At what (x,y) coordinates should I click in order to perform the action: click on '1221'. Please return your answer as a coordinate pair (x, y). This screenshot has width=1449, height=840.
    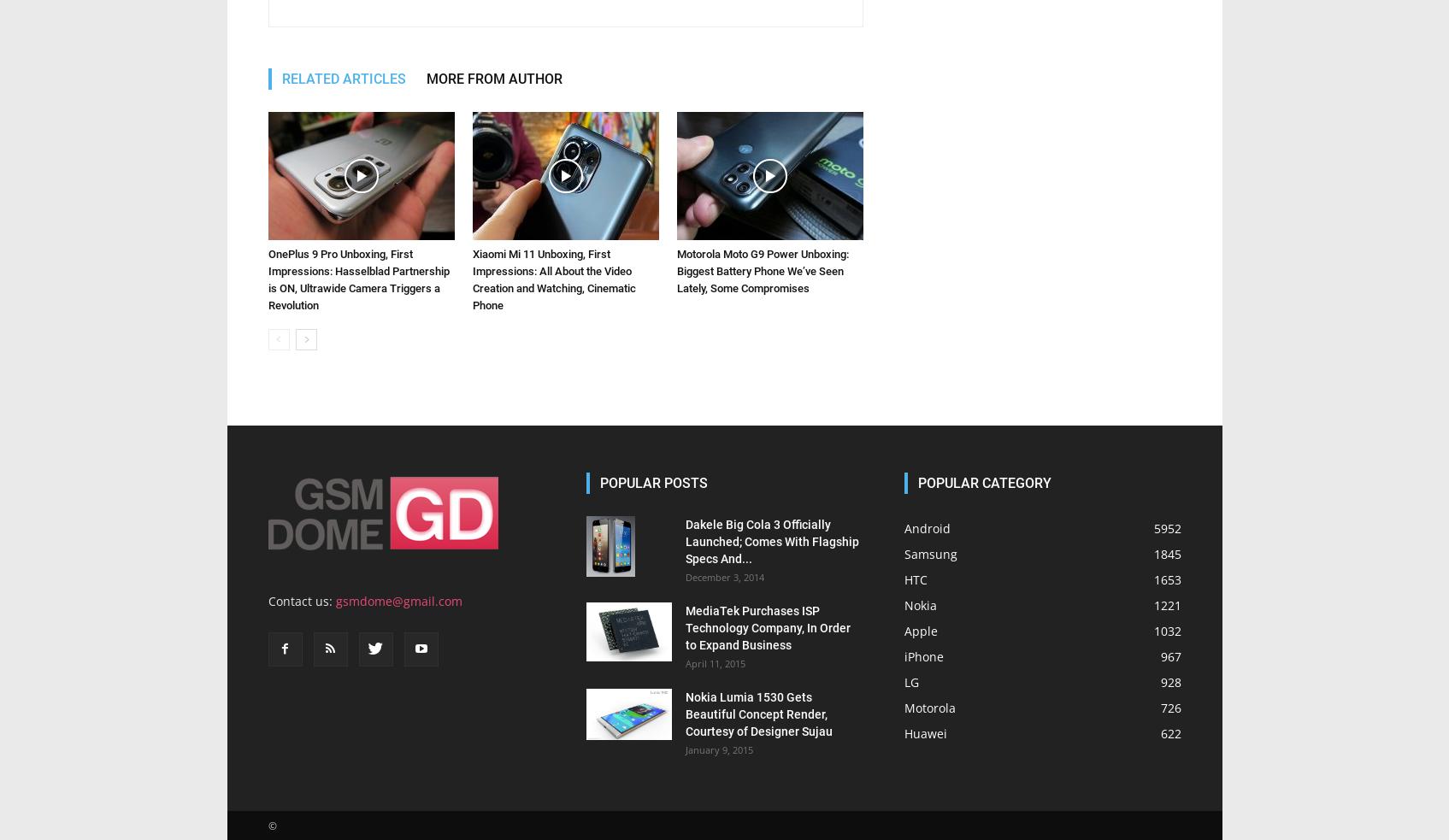
    Looking at the image, I should click on (1166, 369).